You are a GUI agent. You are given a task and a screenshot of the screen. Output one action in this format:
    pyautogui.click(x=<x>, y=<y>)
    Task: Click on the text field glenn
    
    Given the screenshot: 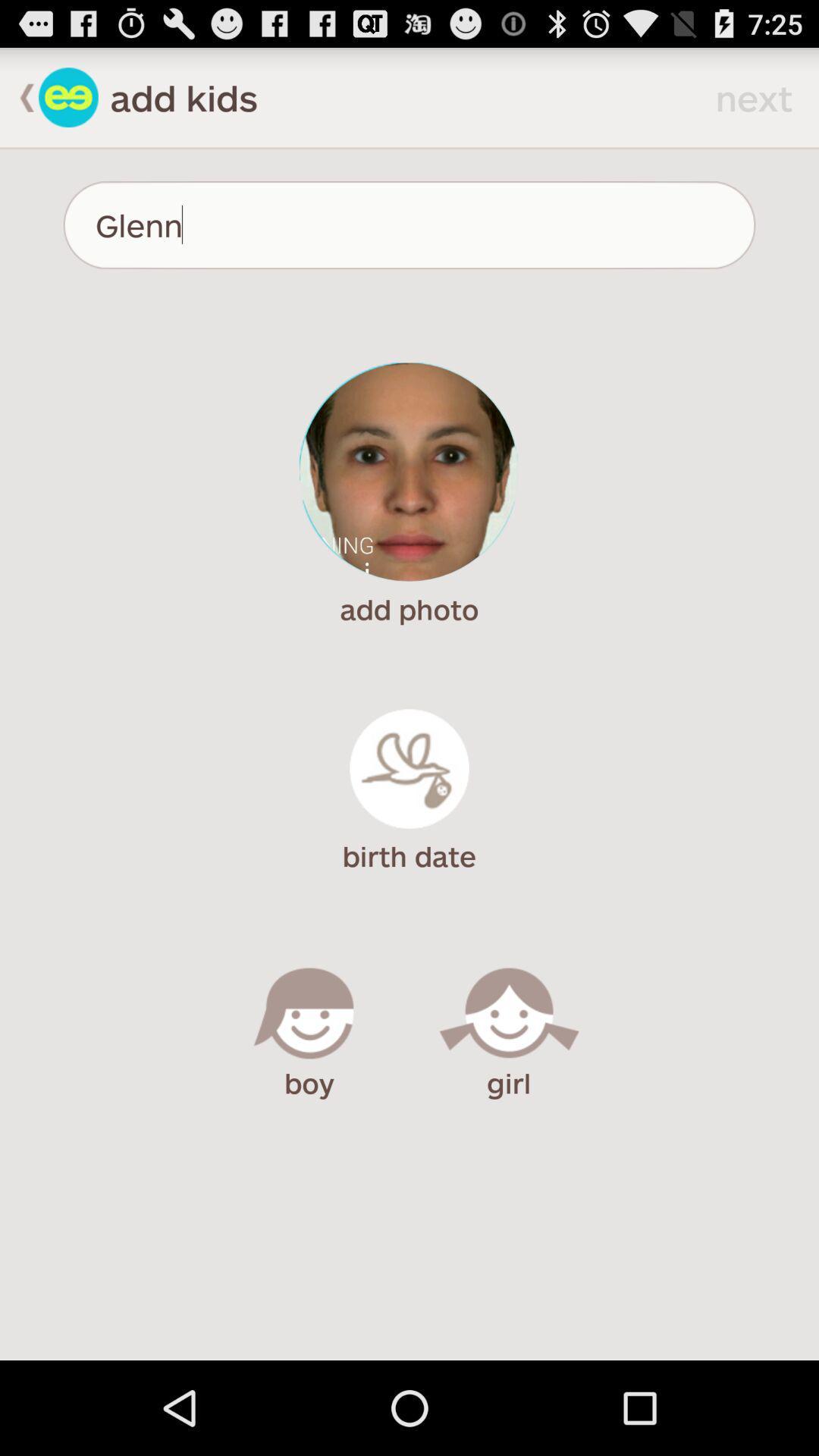 What is the action you would take?
    pyautogui.click(x=409, y=224)
    